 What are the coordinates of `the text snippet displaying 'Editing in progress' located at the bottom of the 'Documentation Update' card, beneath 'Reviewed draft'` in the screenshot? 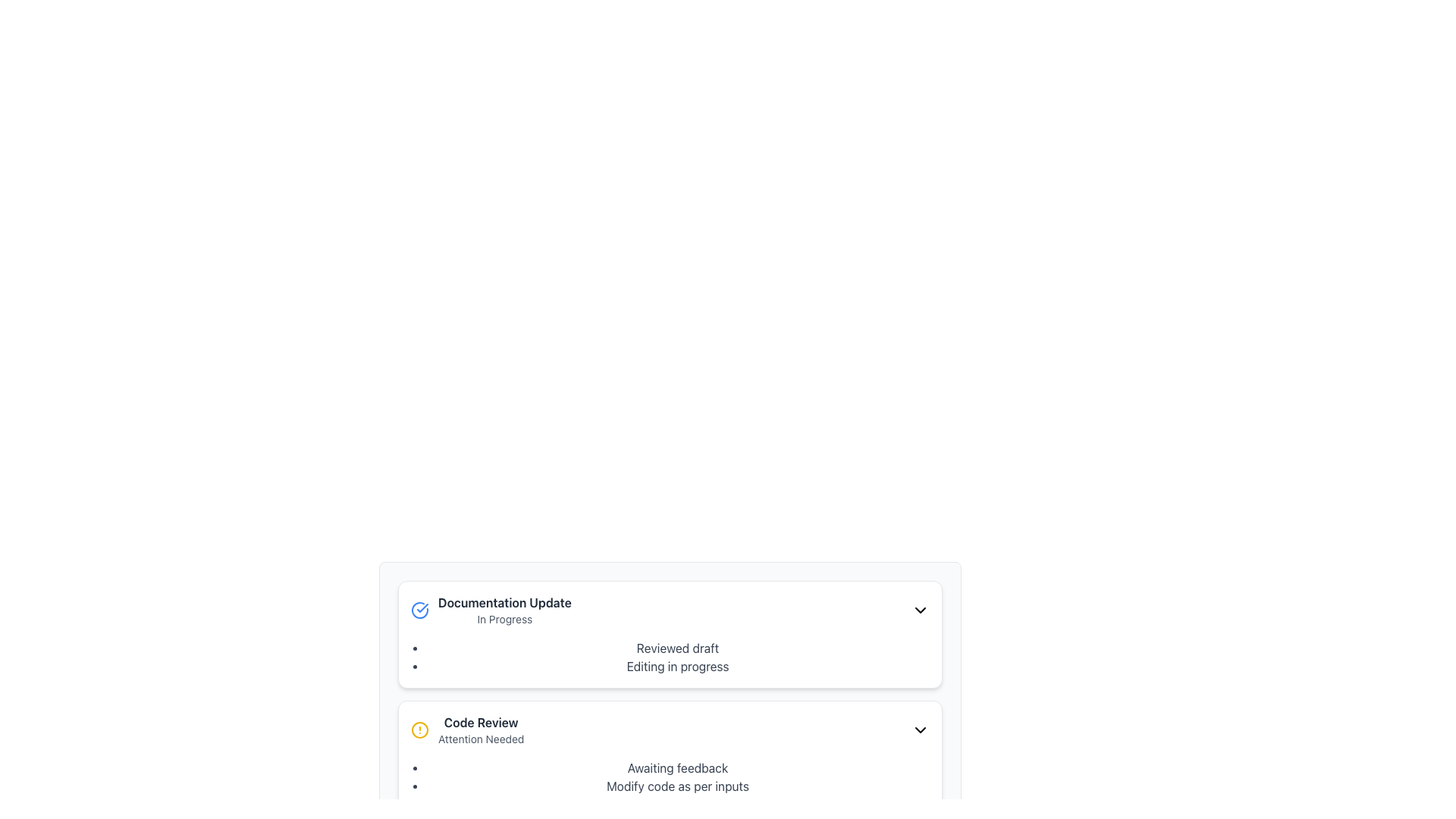 It's located at (721, 670).